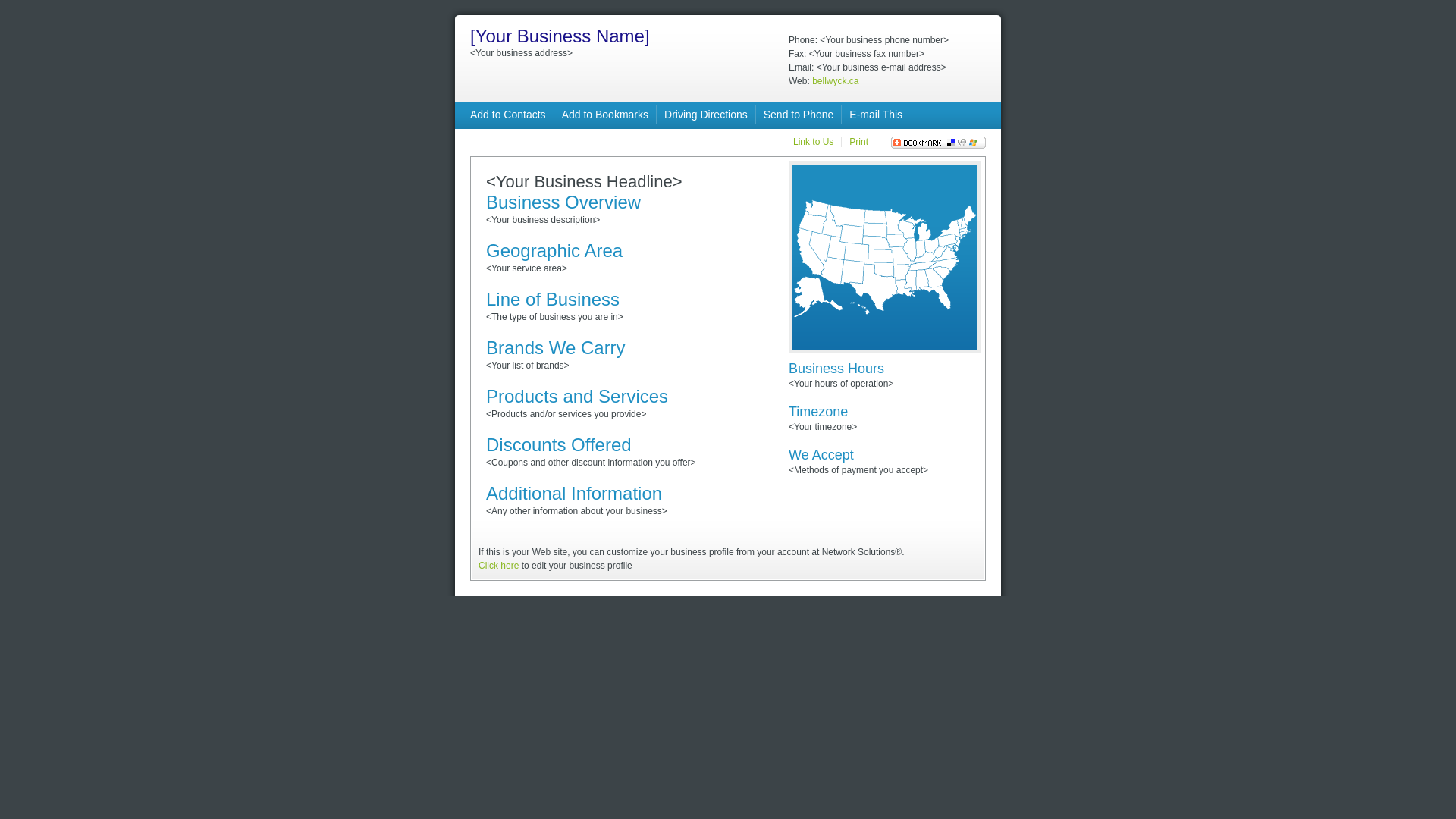 Image resolution: width=1456 pixels, height=819 pixels. I want to click on 'Driving Directions', so click(705, 113).